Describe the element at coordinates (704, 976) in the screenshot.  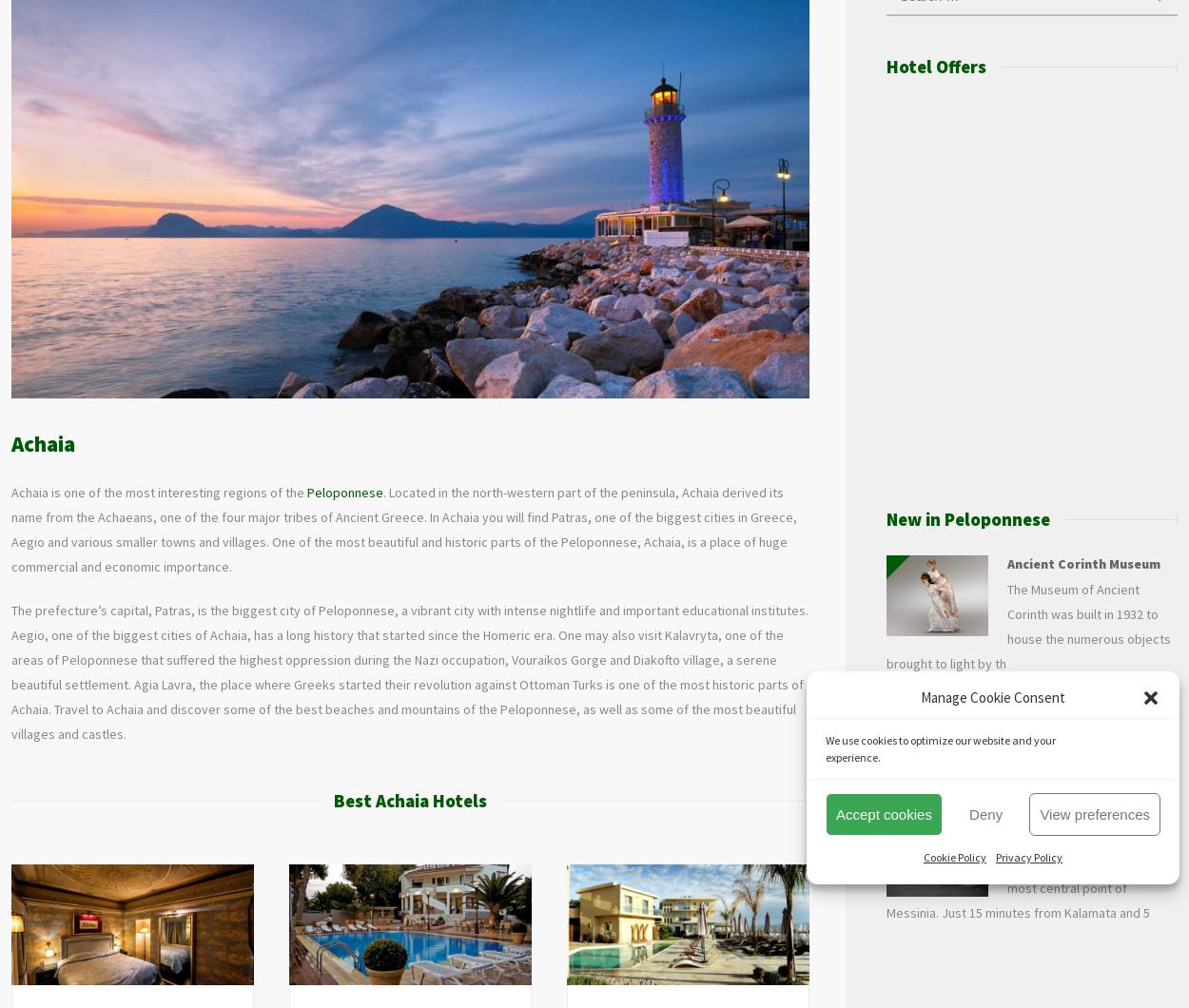
I see `'Sykia, Xylokastro, 20400, Greece'` at that location.